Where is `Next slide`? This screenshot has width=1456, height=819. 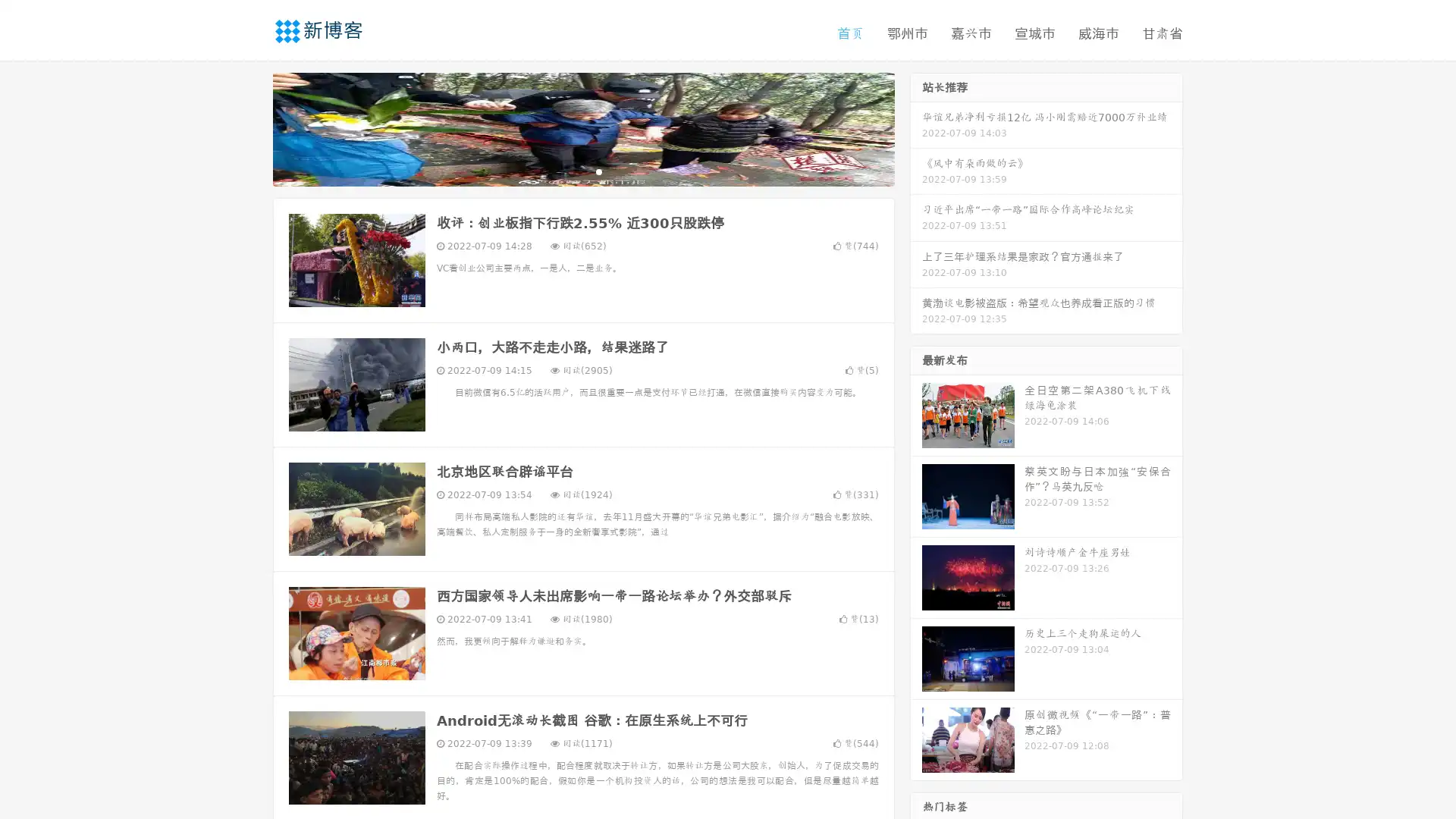 Next slide is located at coordinates (916, 127).